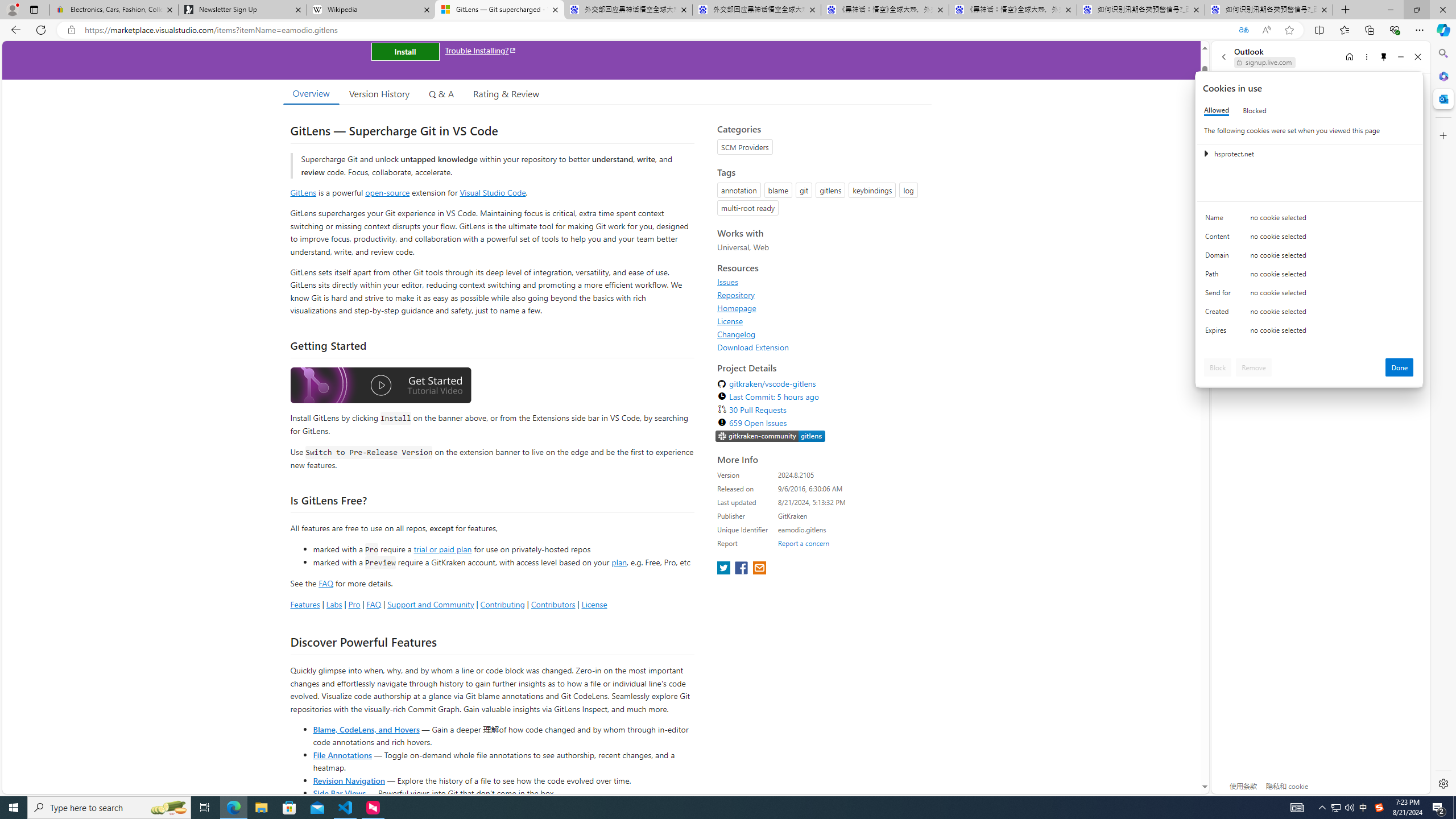  Describe the element at coordinates (1219, 220) in the screenshot. I see `'Name'` at that location.